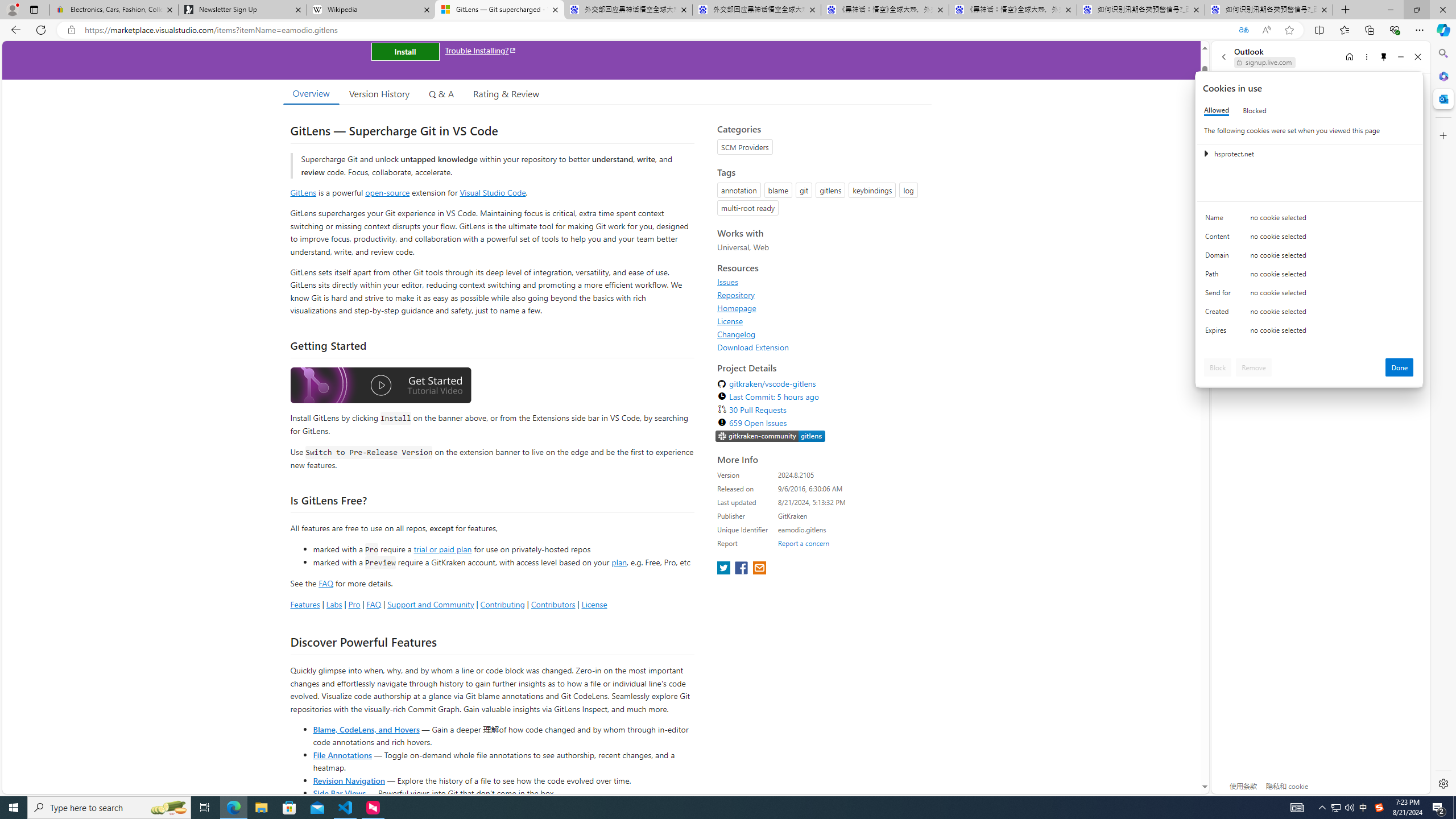  Describe the element at coordinates (1219, 220) in the screenshot. I see `'Name'` at that location.